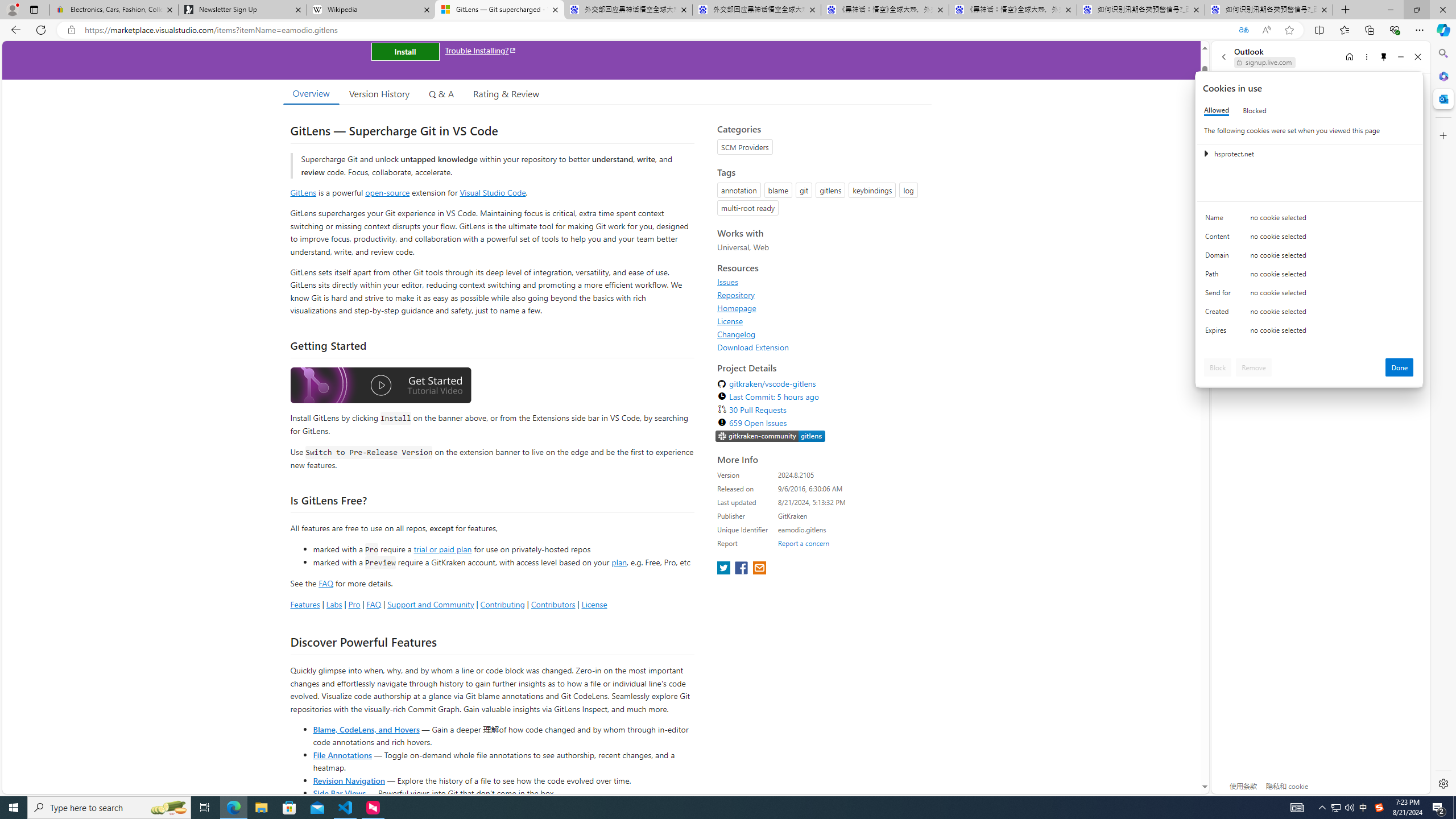  Describe the element at coordinates (1219, 220) in the screenshot. I see `'Name'` at that location.